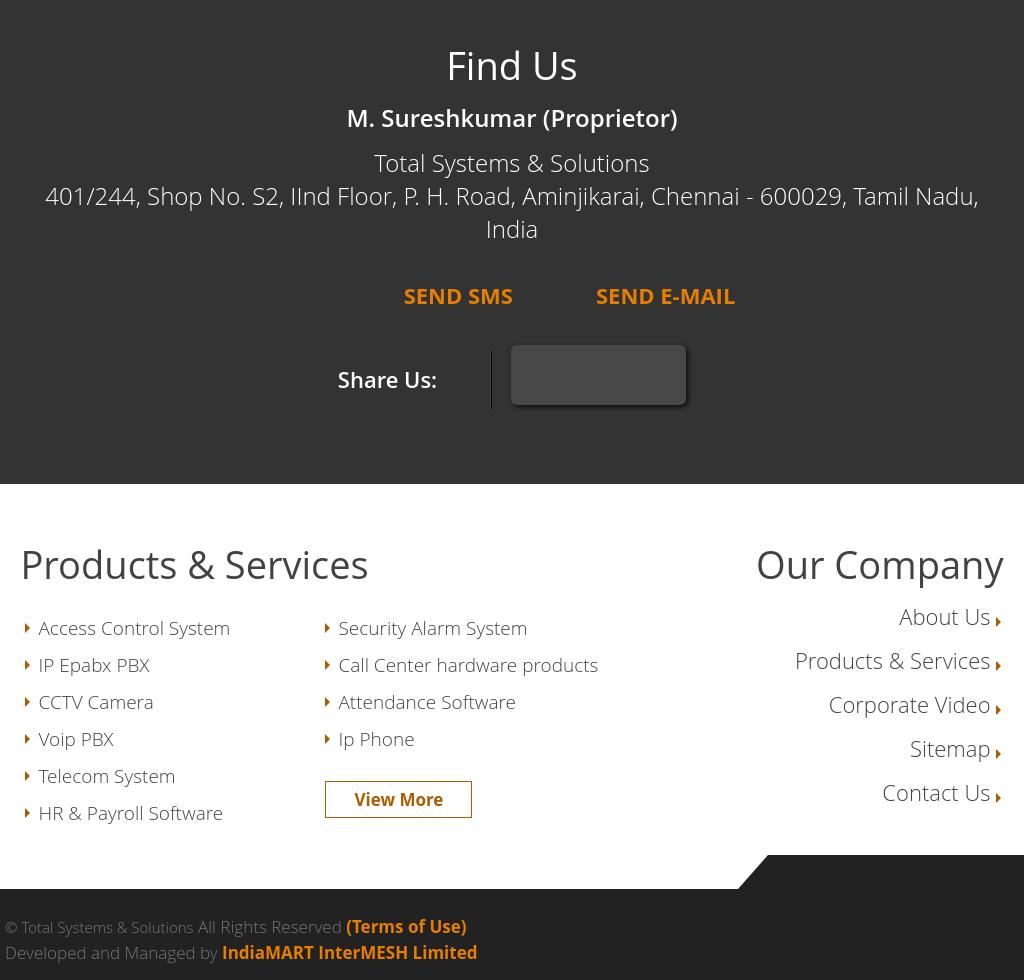  What do you see at coordinates (510, 211) in the screenshot?
I see `'401/244, Shop No. S2, IInd Floor, P. H. Road, Aminjikarai, Chennai - 600029, Tamil Nadu, India'` at bounding box center [510, 211].